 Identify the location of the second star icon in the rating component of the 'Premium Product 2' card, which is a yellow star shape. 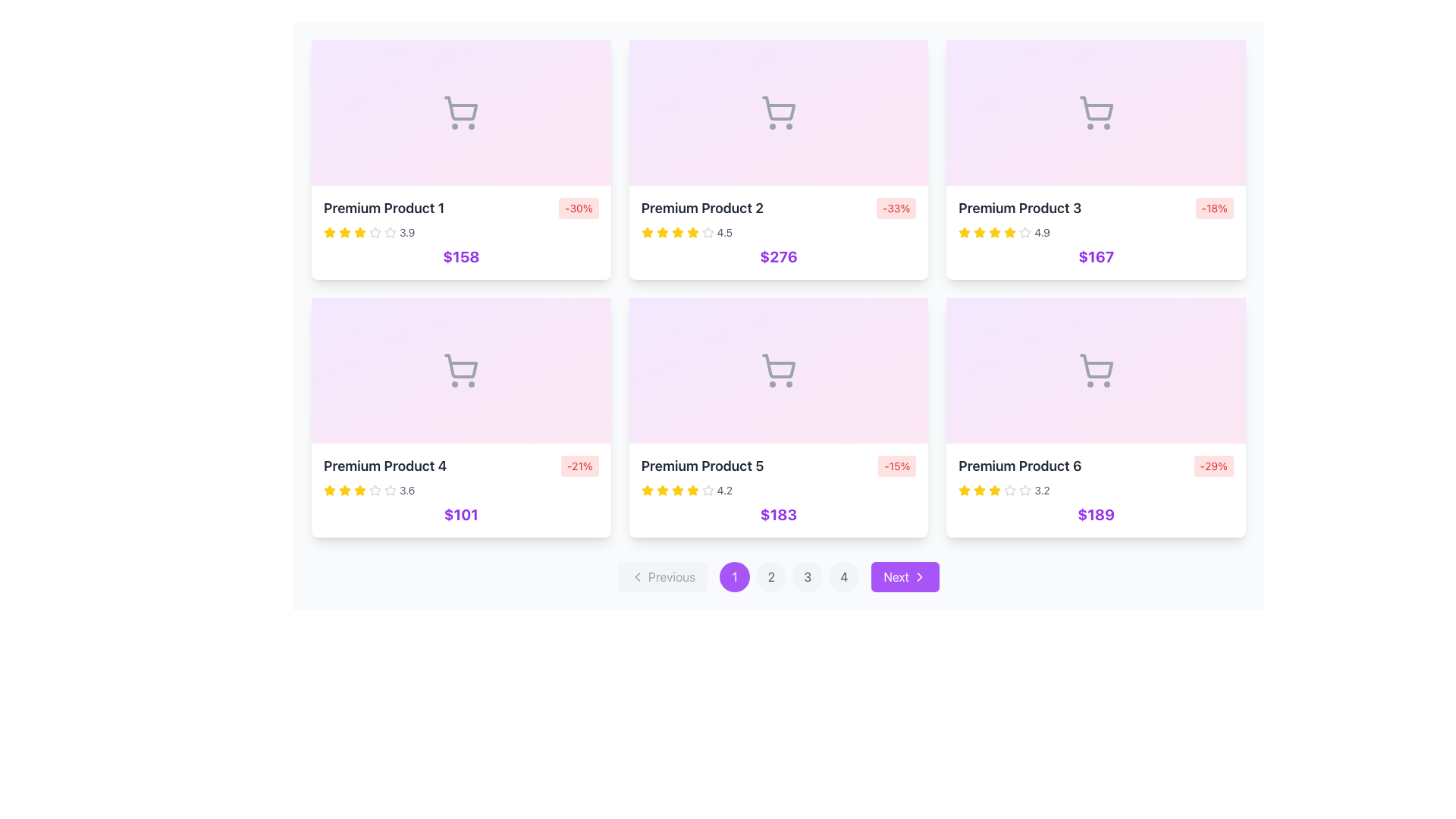
(692, 232).